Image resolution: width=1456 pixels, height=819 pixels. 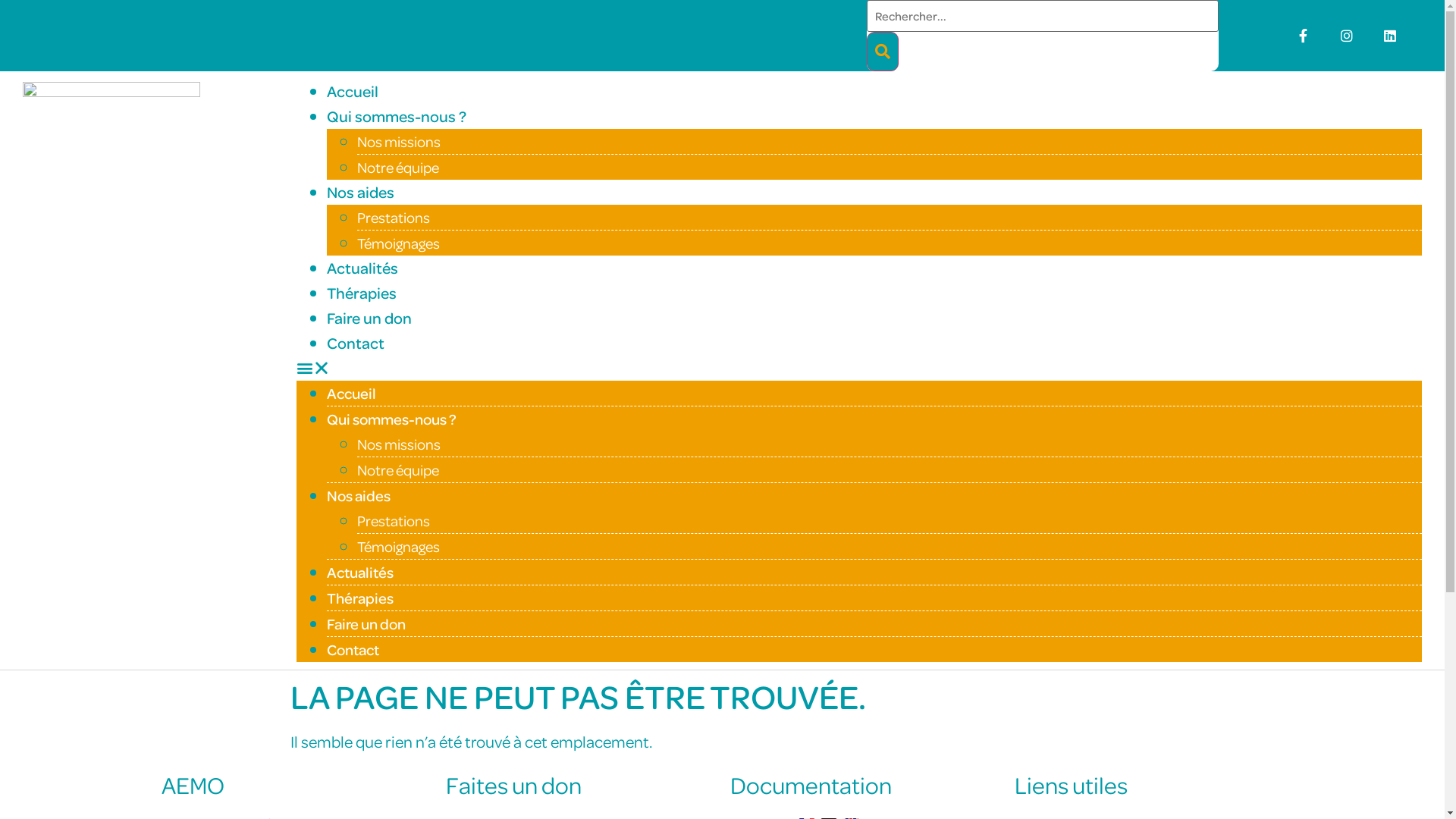 What do you see at coordinates (326, 419) in the screenshot?
I see `'Qui sommes-nous ?'` at bounding box center [326, 419].